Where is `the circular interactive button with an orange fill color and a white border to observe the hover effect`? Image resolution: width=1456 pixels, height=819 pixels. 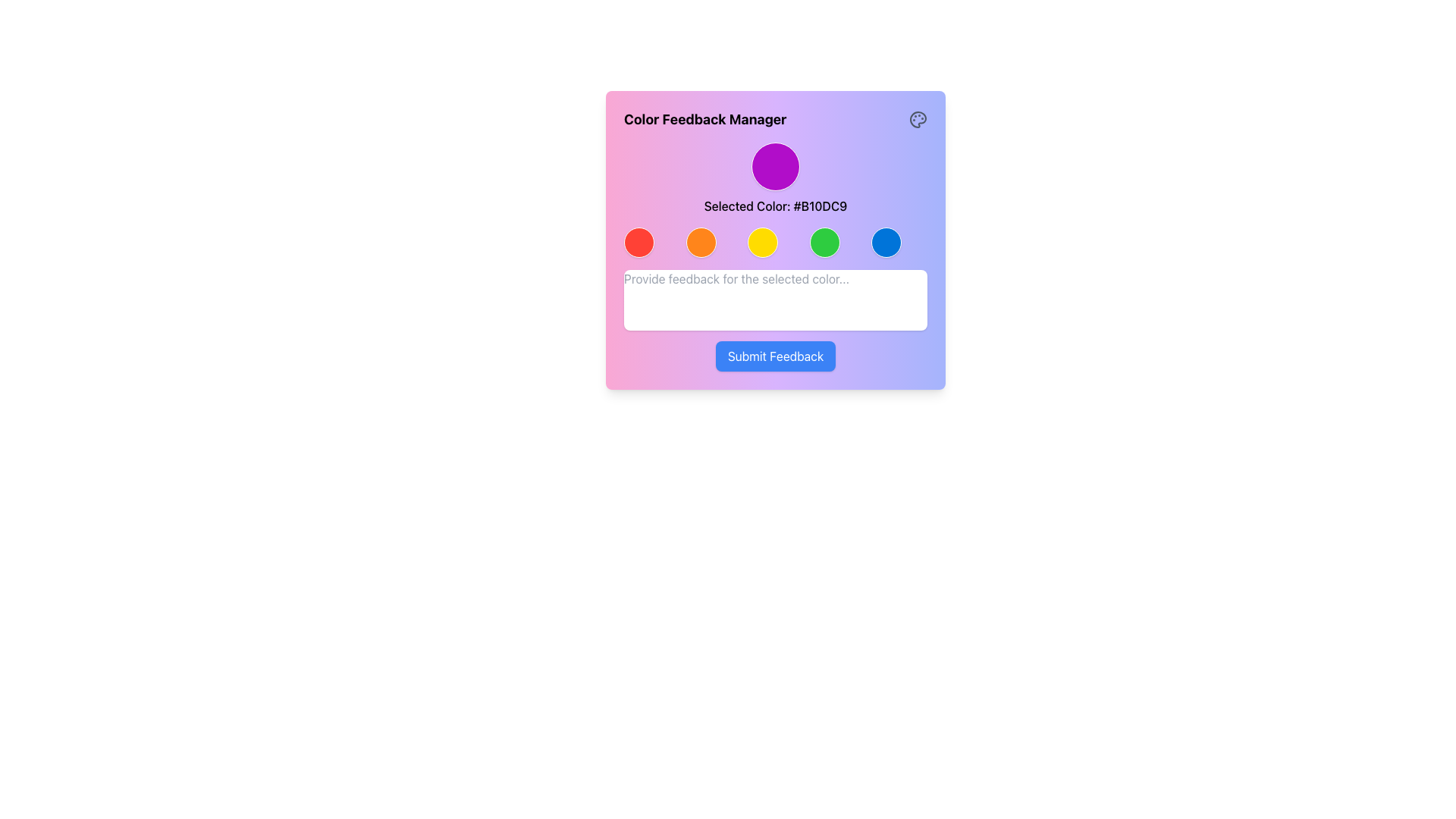
the circular interactive button with an orange fill color and a white border to observe the hover effect is located at coordinates (700, 242).